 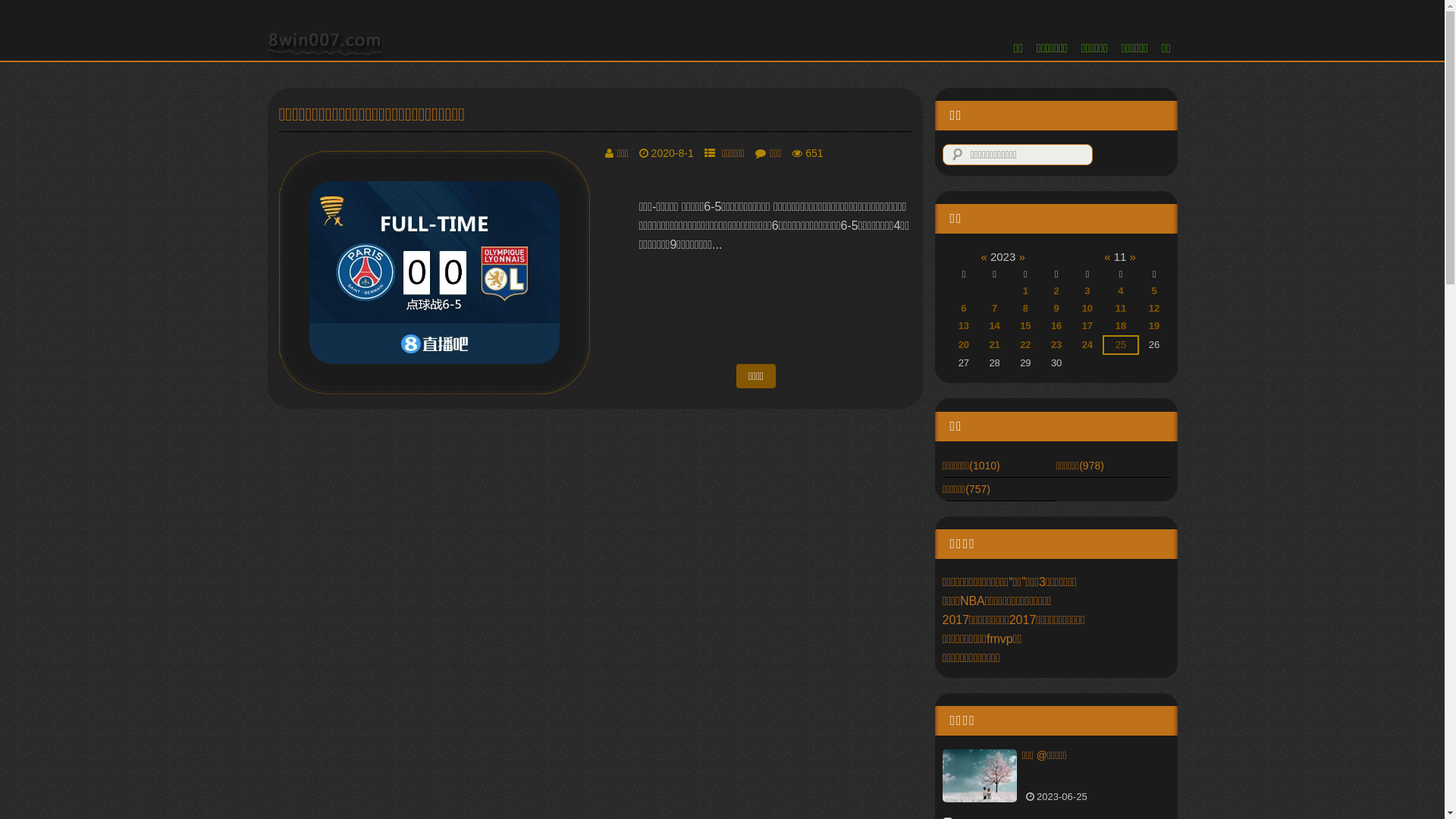 What do you see at coordinates (1121, 307) in the screenshot?
I see `'11'` at bounding box center [1121, 307].